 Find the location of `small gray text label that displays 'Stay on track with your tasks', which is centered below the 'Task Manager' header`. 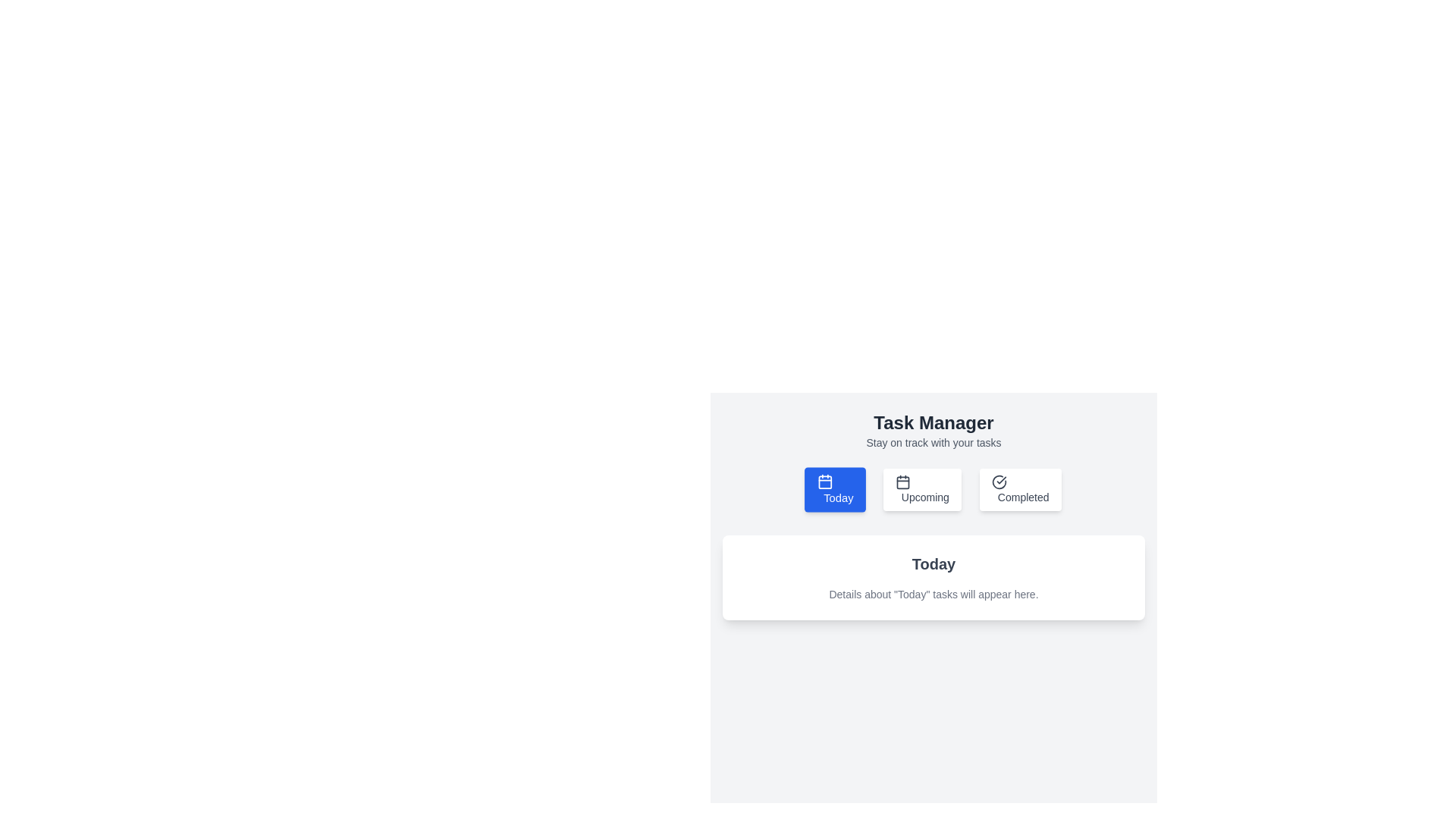

small gray text label that displays 'Stay on track with your tasks', which is centered below the 'Task Manager' header is located at coordinates (933, 442).